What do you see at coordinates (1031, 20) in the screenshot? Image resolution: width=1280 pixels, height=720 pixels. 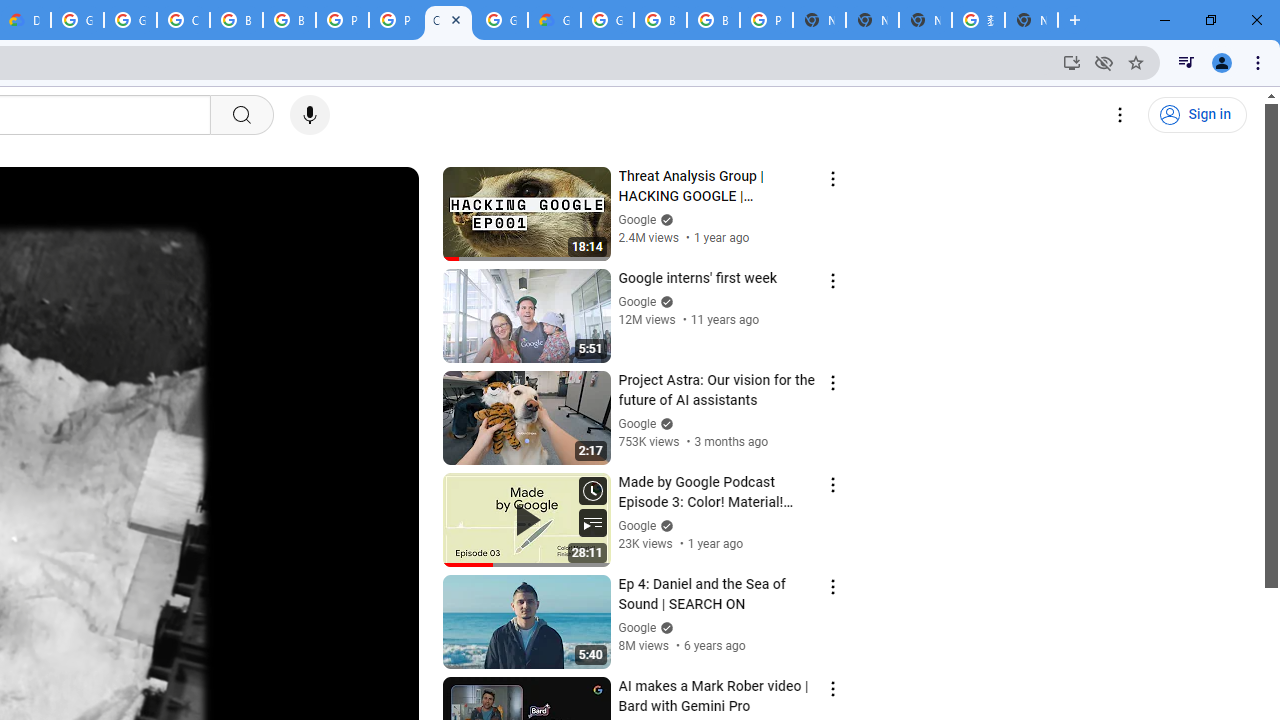 I see `'New Tab'` at bounding box center [1031, 20].